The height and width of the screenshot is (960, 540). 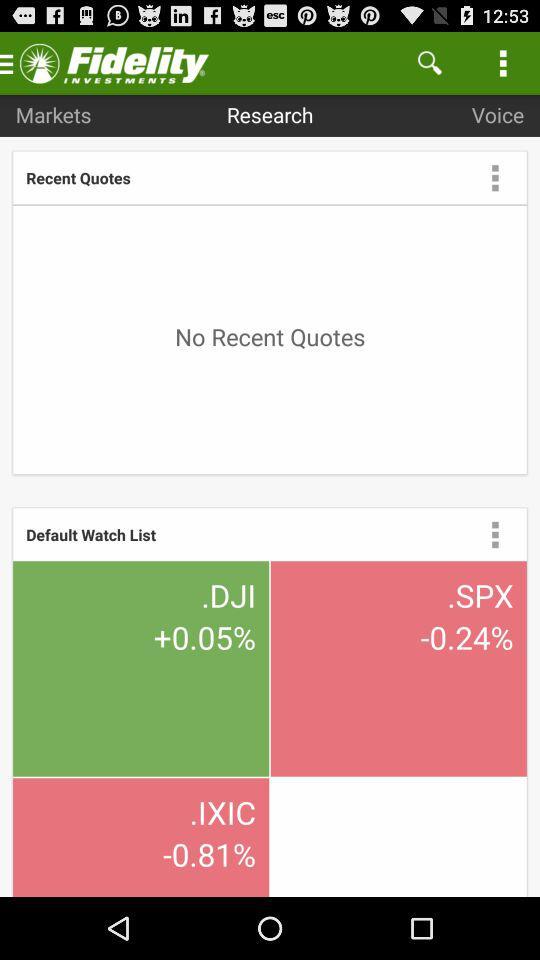 I want to click on the markets app, so click(x=53, y=114).